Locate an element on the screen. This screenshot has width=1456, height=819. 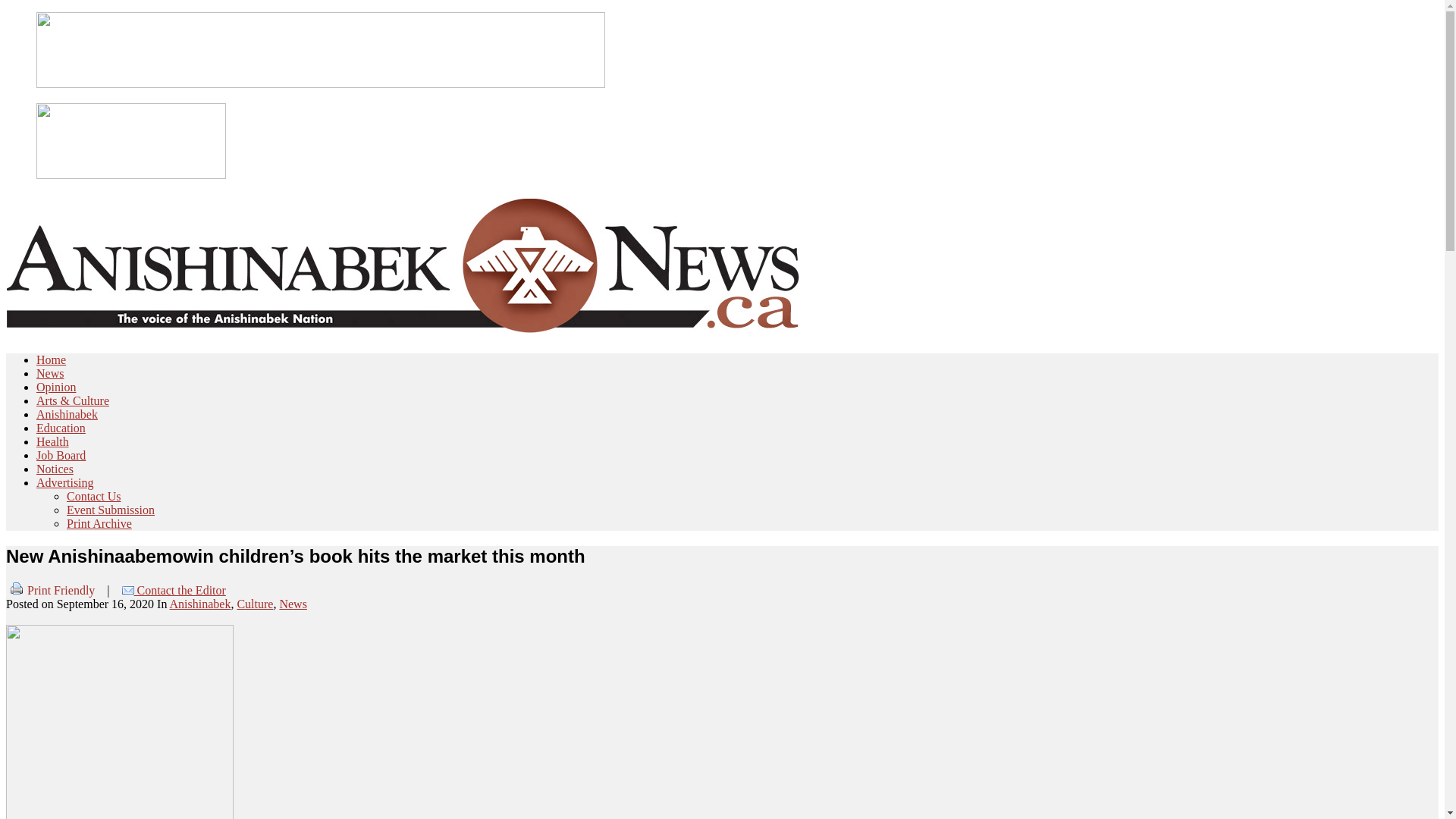
'Contact Us' is located at coordinates (65, 496).